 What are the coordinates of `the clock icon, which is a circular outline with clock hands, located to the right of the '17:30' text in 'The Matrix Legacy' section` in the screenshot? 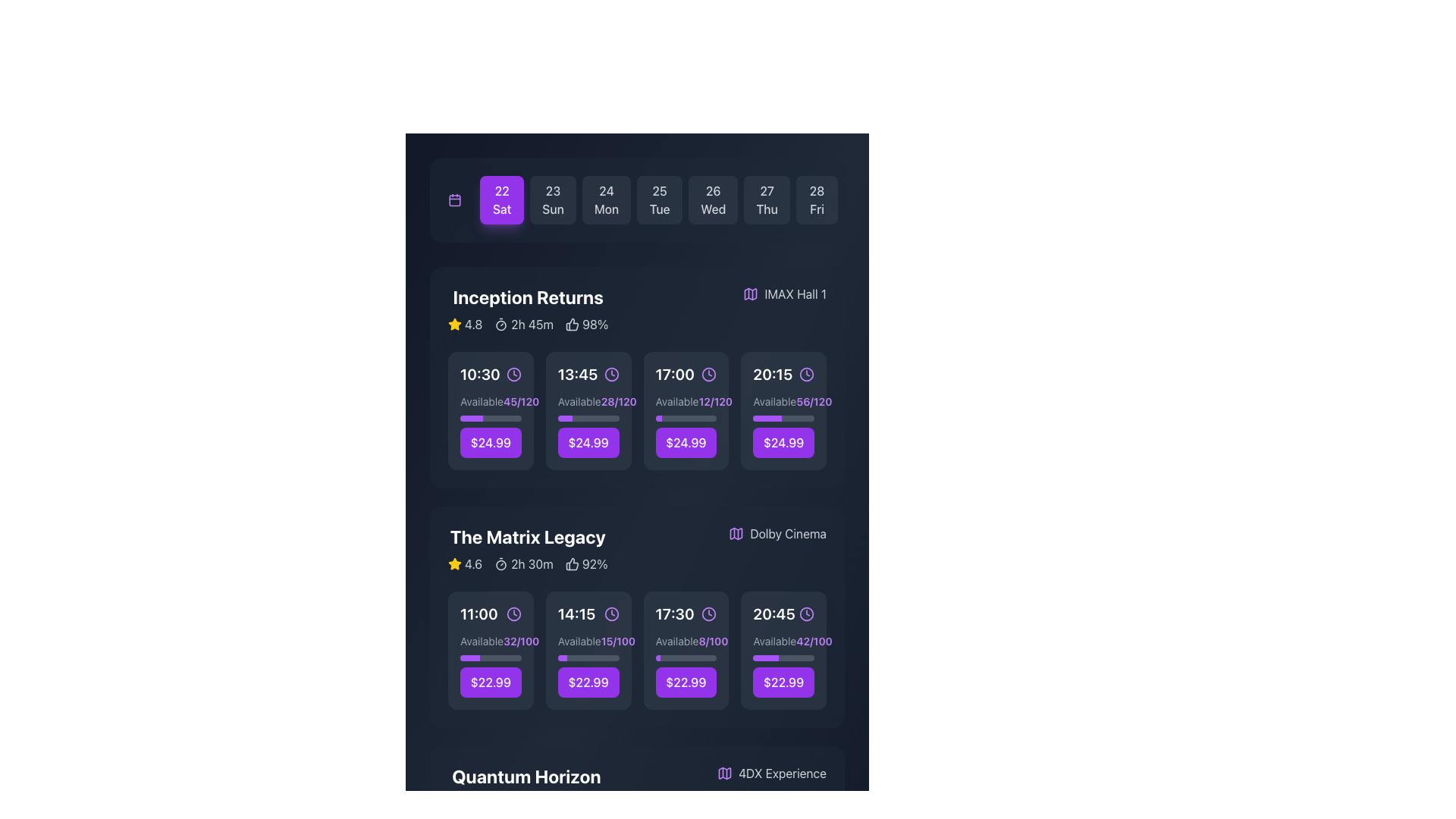 It's located at (708, 614).